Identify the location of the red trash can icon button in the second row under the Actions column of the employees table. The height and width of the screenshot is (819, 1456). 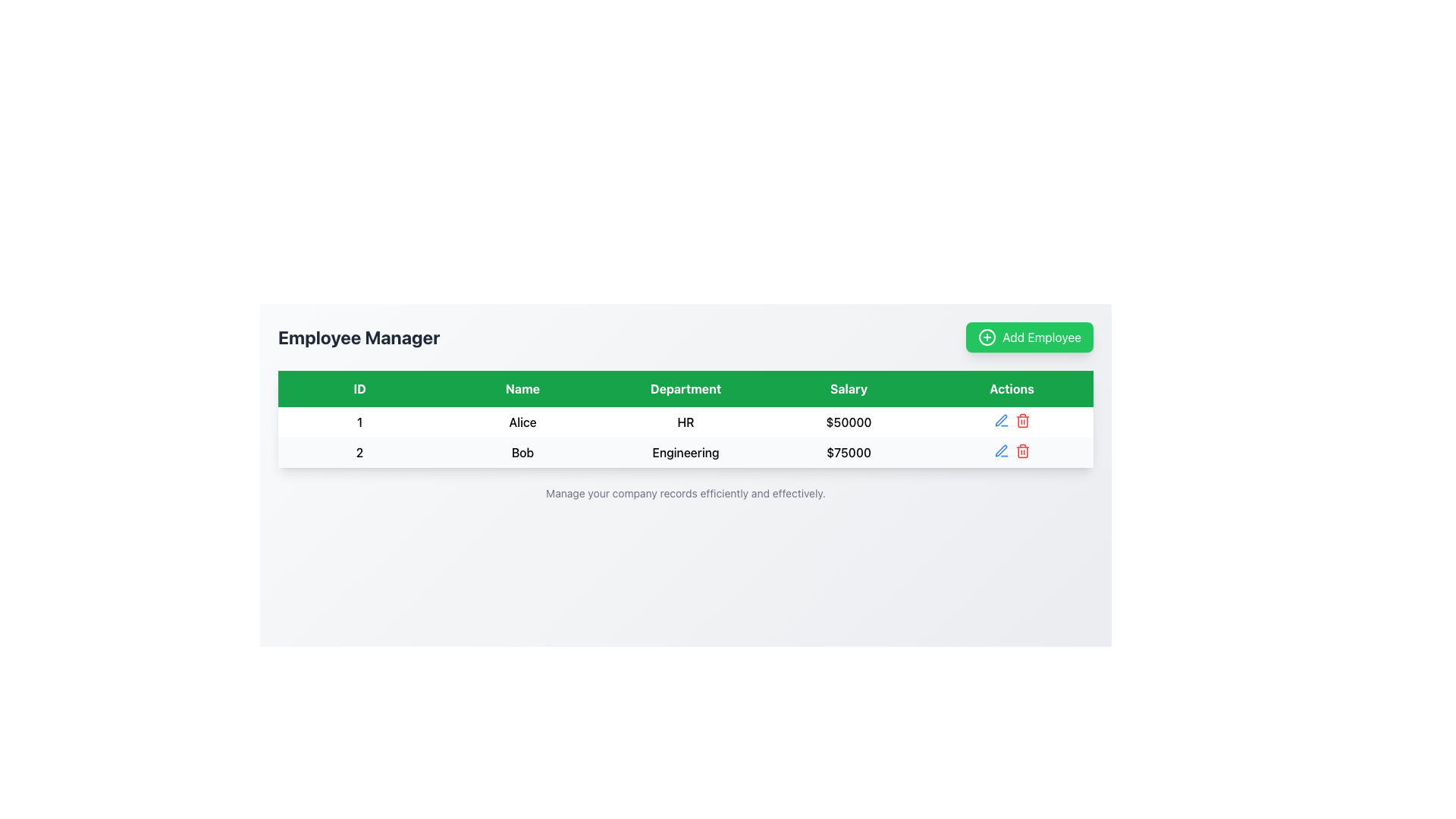
(1022, 421).